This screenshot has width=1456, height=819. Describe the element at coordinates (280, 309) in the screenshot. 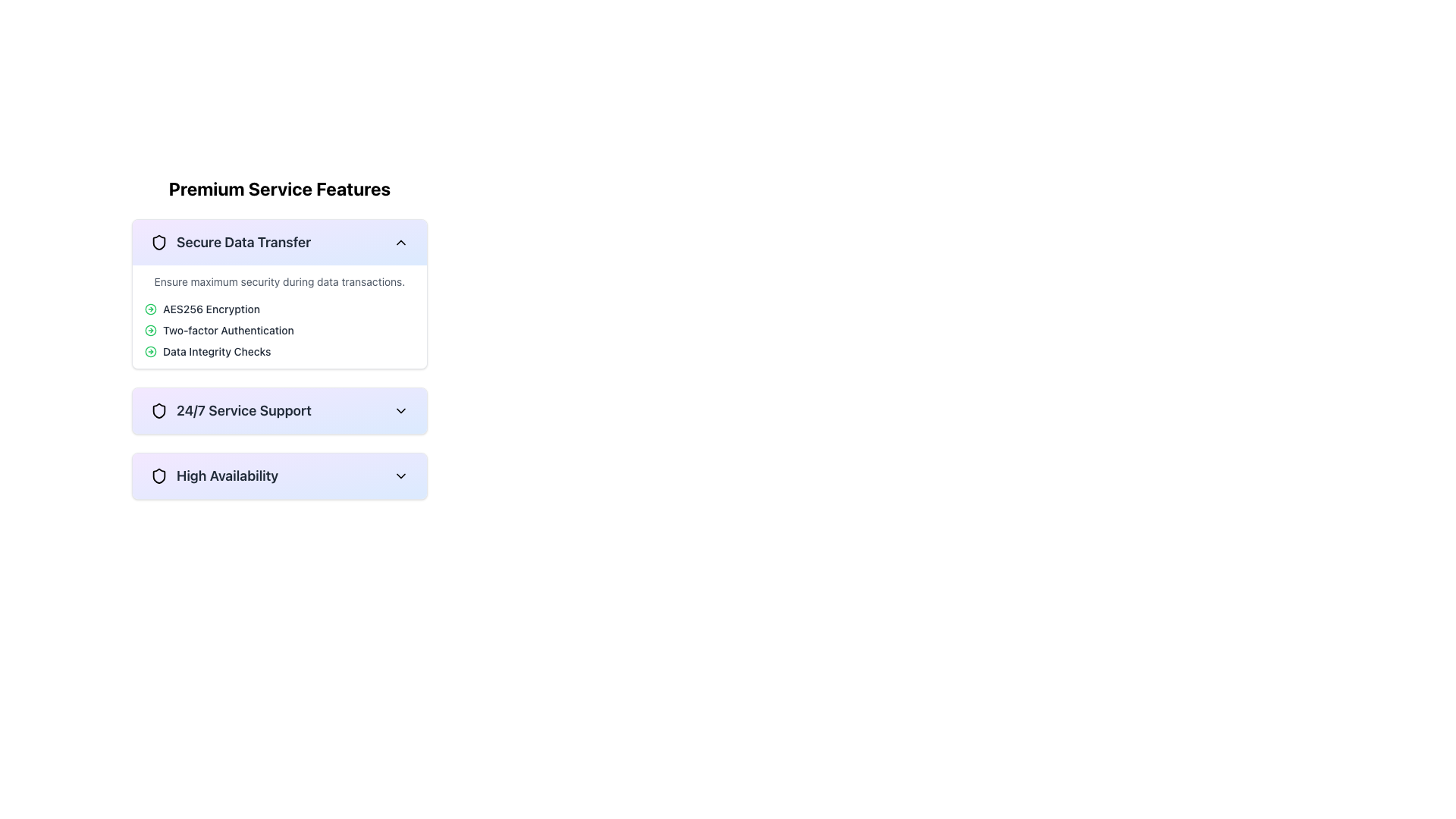

I see `the first list item titled 'AES256 Encryption' in the 'Secure Data Transfer' section if it has interactive functionality` at that location.